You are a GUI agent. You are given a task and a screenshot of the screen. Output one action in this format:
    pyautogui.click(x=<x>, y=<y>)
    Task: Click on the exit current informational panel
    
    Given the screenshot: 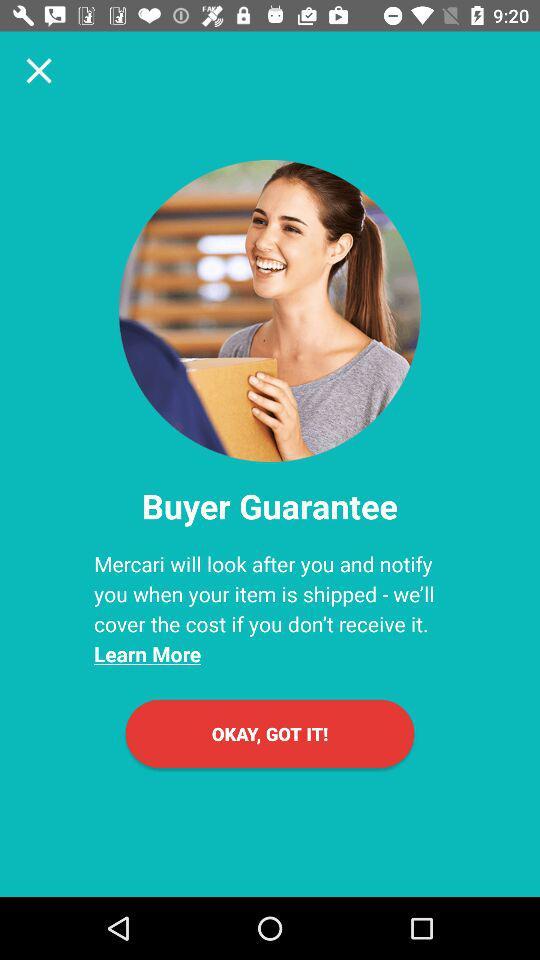 What is the action you would take?
    pyautogui.click(x=39, y=70)
    